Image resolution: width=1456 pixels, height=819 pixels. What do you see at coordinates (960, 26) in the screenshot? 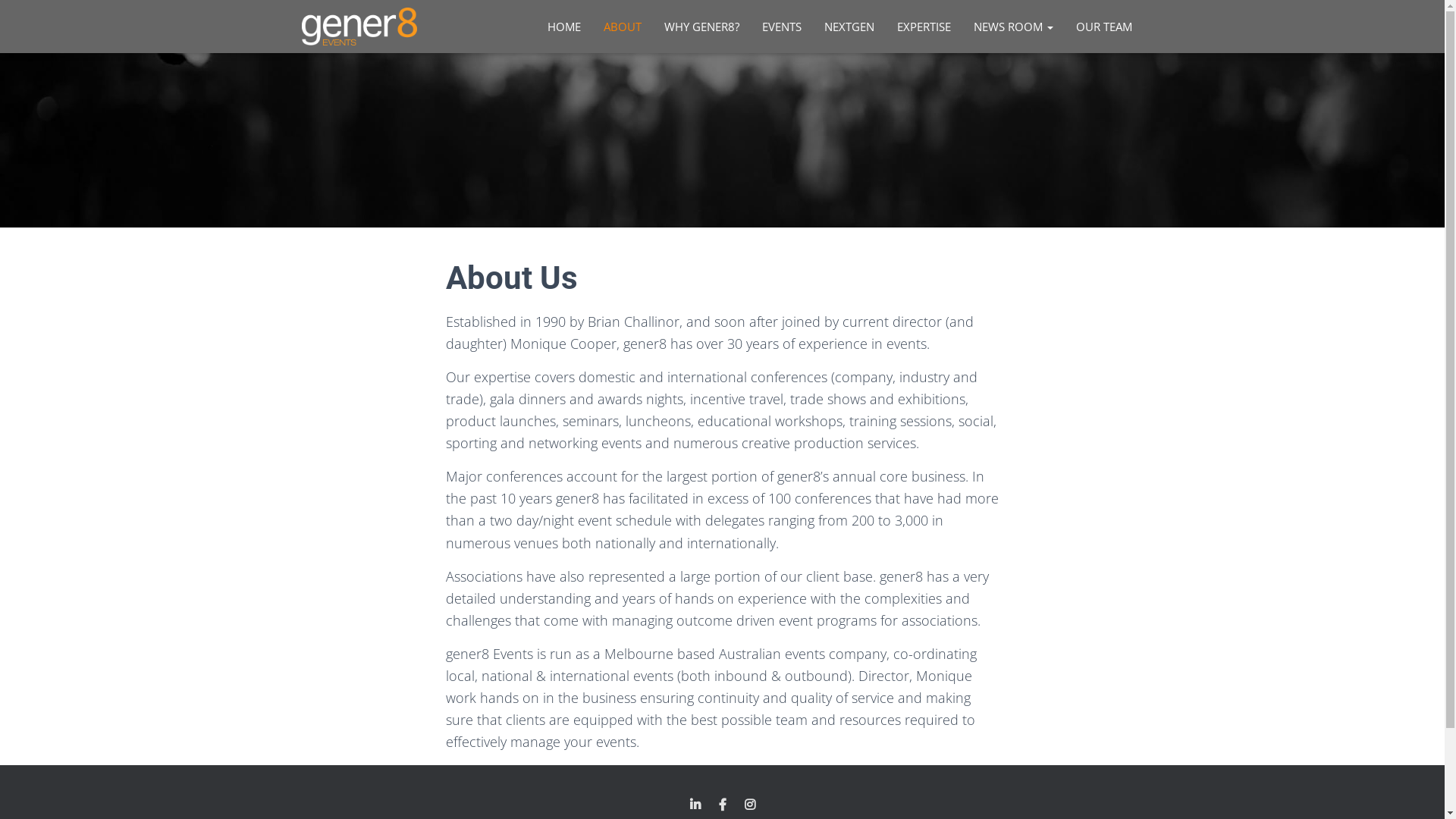
I see `'NEWS ROOM'` at bounding box center [960, 26].